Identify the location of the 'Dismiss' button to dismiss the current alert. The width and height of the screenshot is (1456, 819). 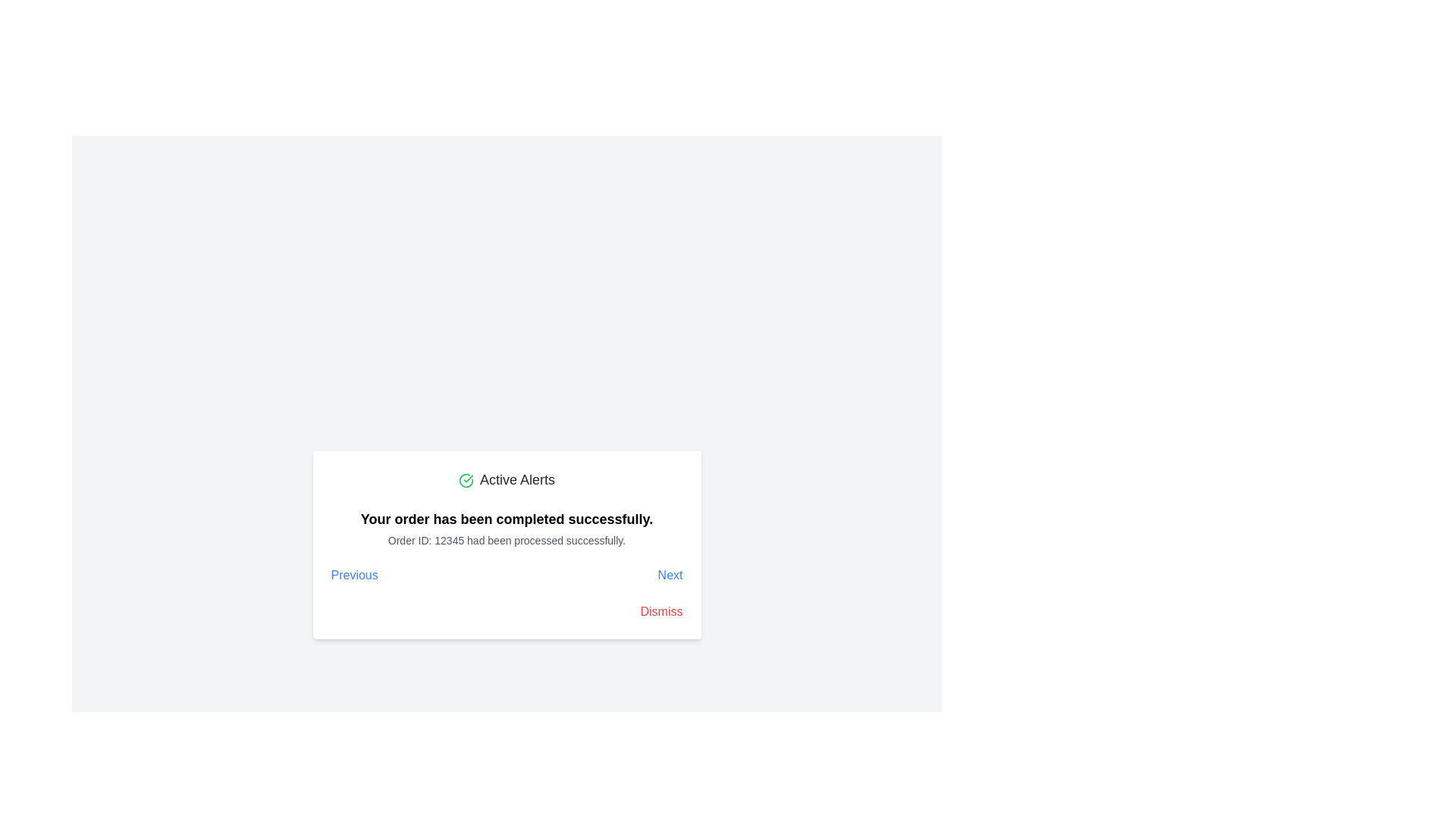
(661, 610).